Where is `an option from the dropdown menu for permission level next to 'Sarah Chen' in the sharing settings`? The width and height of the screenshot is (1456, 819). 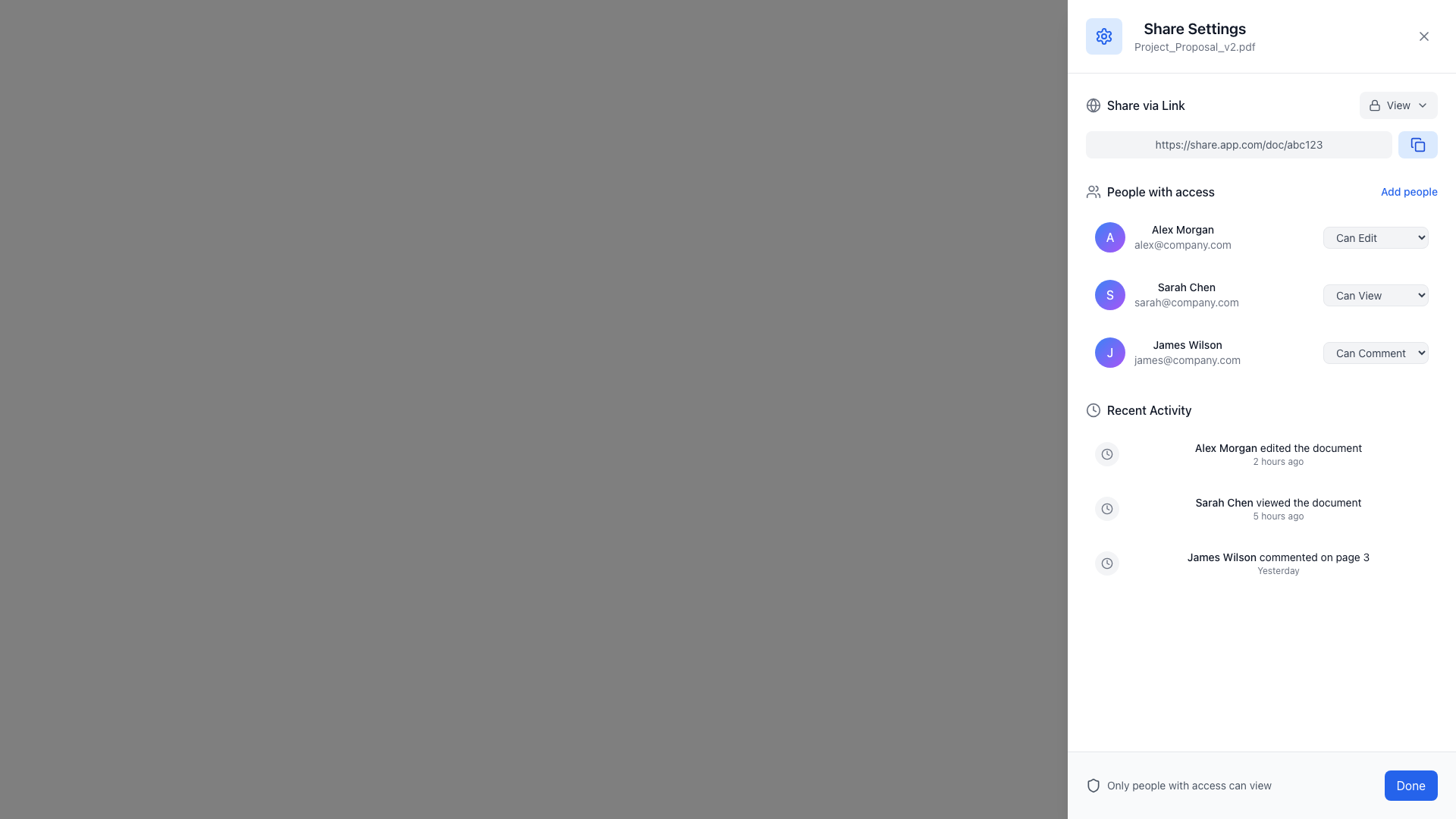
an option from the dropdown menu for permission level next to 'Sarah Chen' in the sharing settings is located at coordinates (1376, 295).